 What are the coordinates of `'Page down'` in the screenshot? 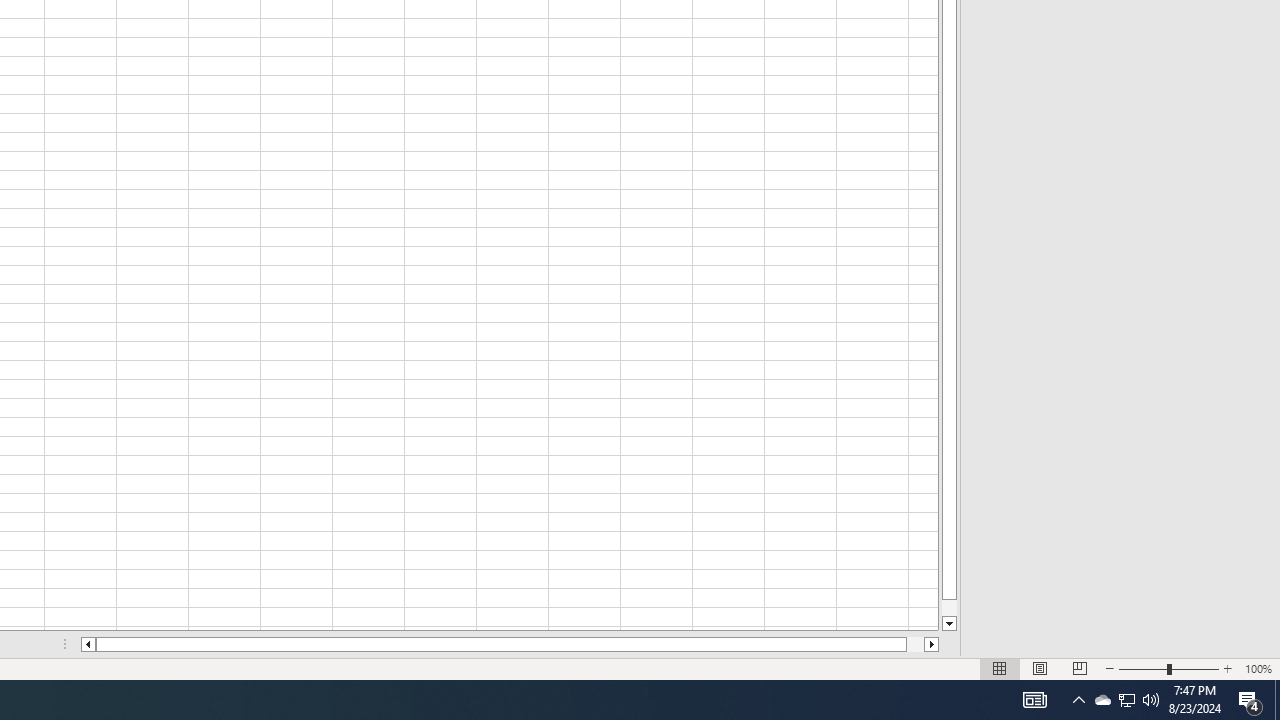 It's located at (948, 607).